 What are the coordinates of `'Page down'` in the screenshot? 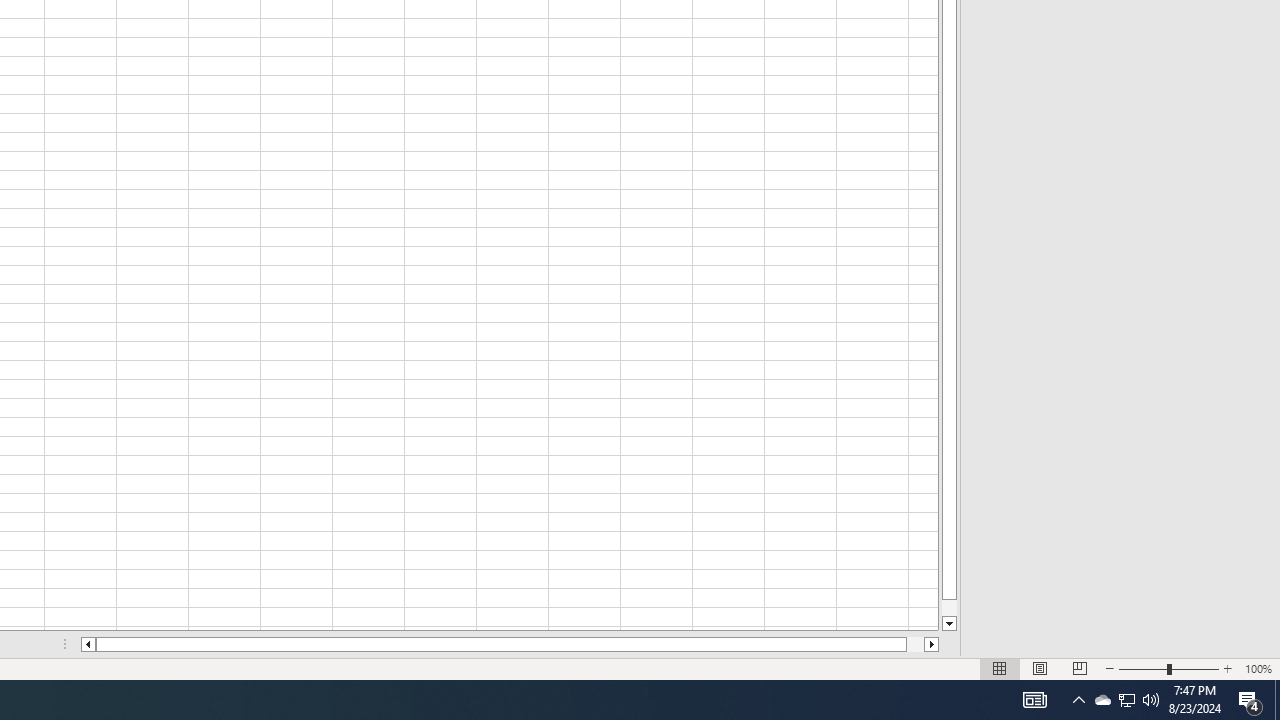 It's located at (948, 607).